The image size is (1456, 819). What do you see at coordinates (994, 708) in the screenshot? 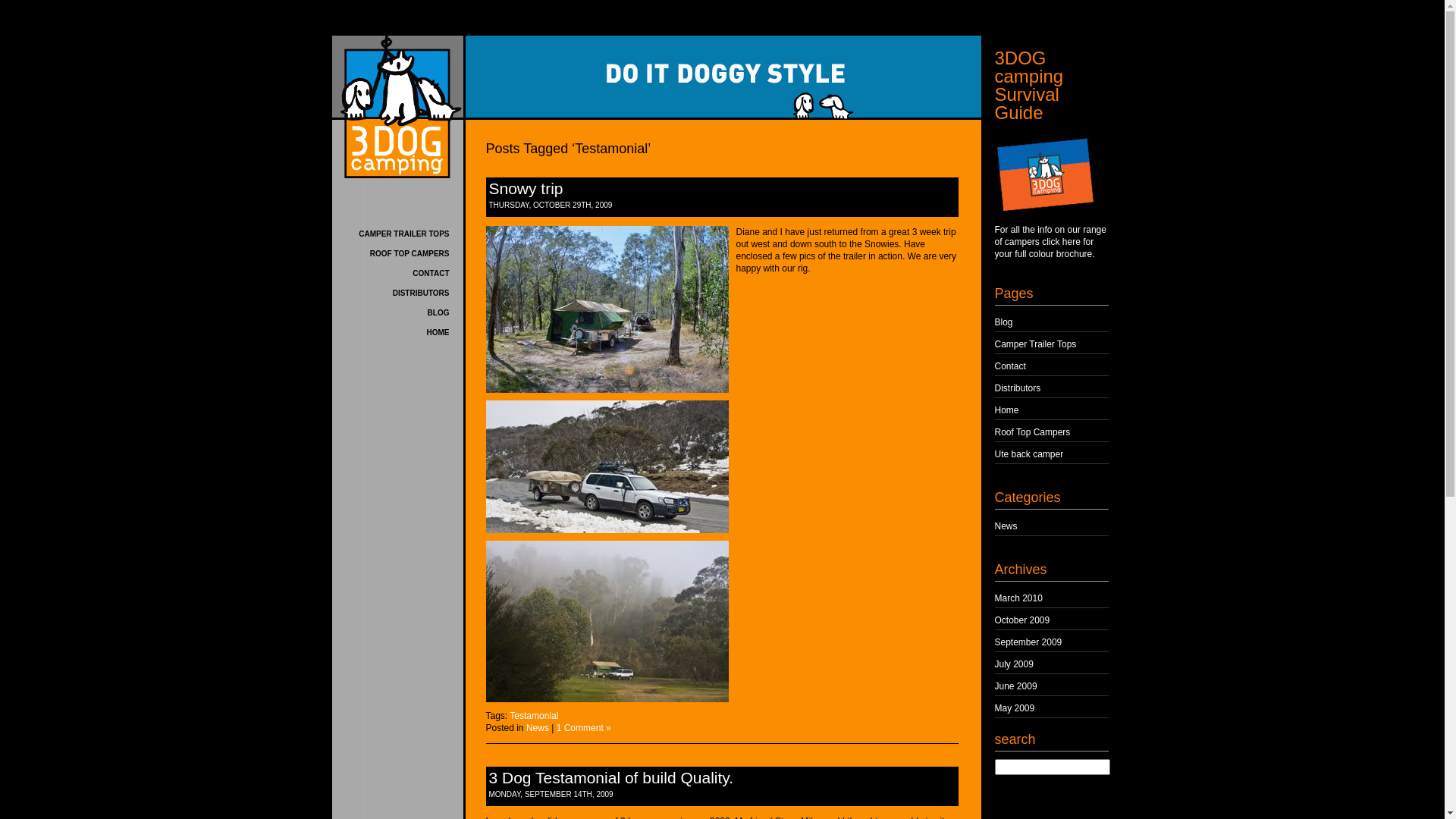
I see `'May 2009'` at bounding box center [994, 708].